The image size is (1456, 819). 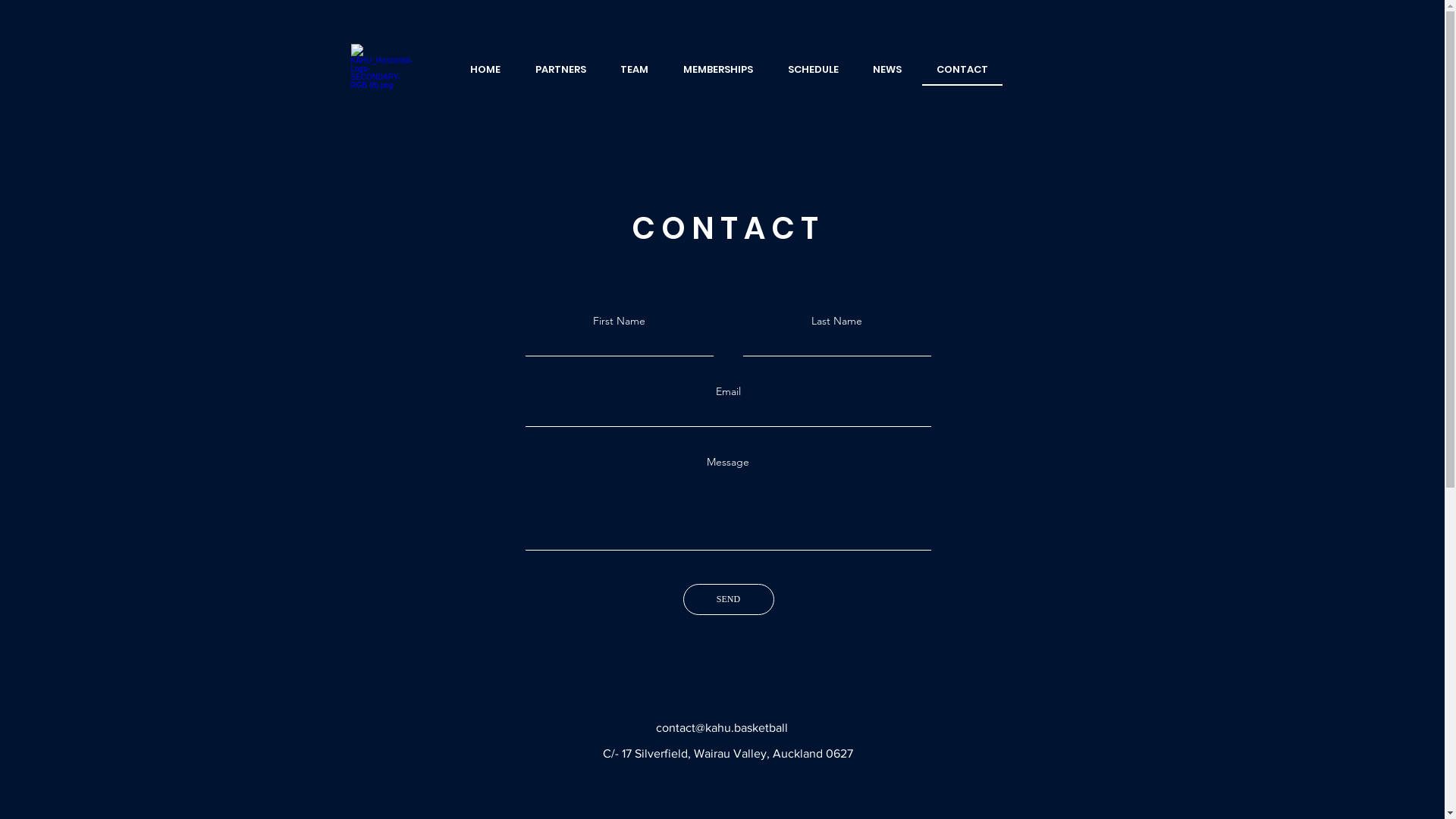 I want to click on 'SEND', so click(x=682, y=598).